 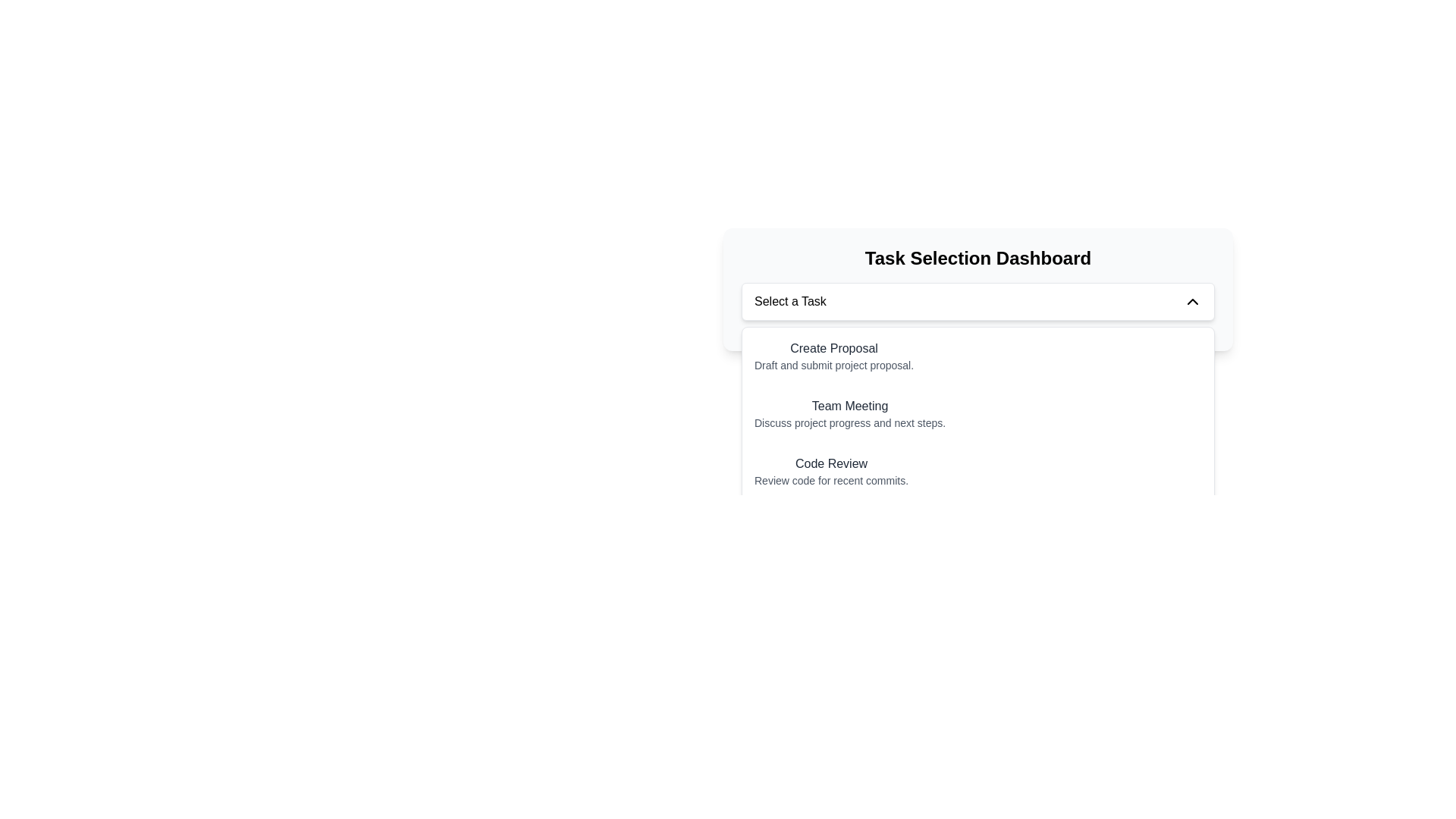 I want to click on the 'Team Meeting' option in the dropdown menu under 'Task Selection Dashboard', so click(x=978, y=414).